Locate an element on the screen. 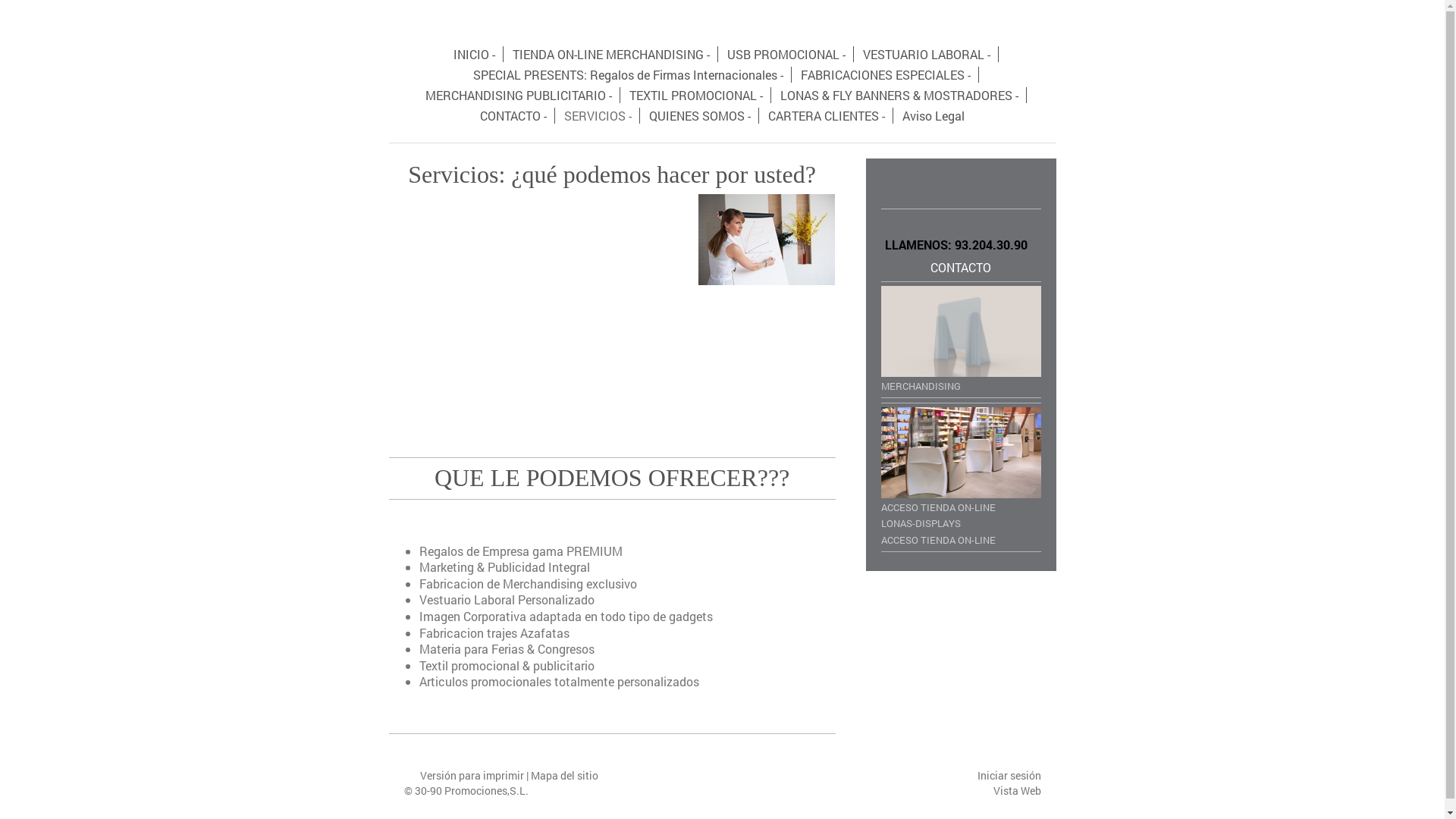 Image resolution: width=1456 pixels, height=819 pixels. 'VESTUARIO LABORAL -' is located at coordinates (855, 53).